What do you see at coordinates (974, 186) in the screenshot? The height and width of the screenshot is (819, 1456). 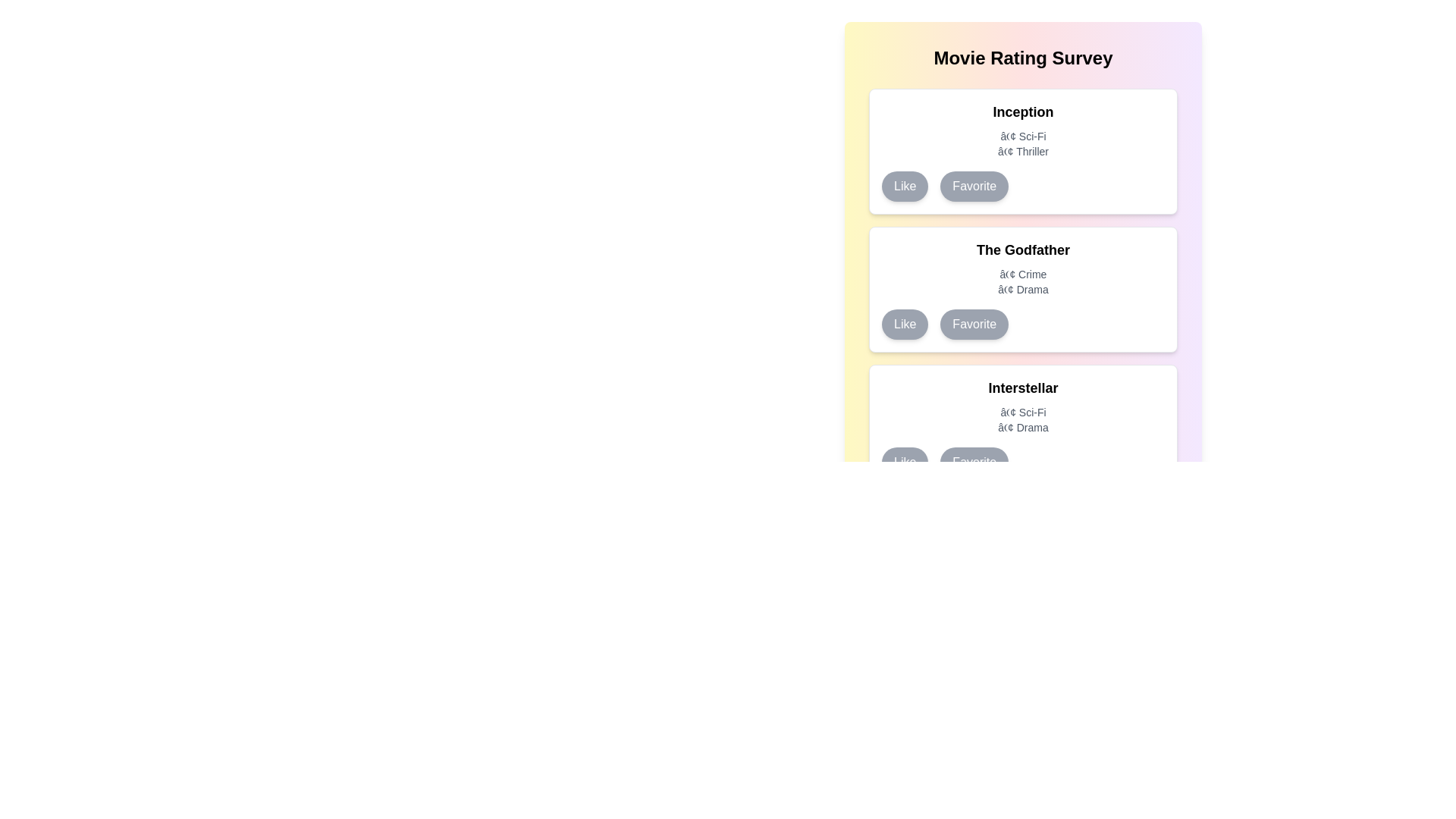 I see `the favorite button associated with the movie 'Inception'` at bounding box center [974, 186].